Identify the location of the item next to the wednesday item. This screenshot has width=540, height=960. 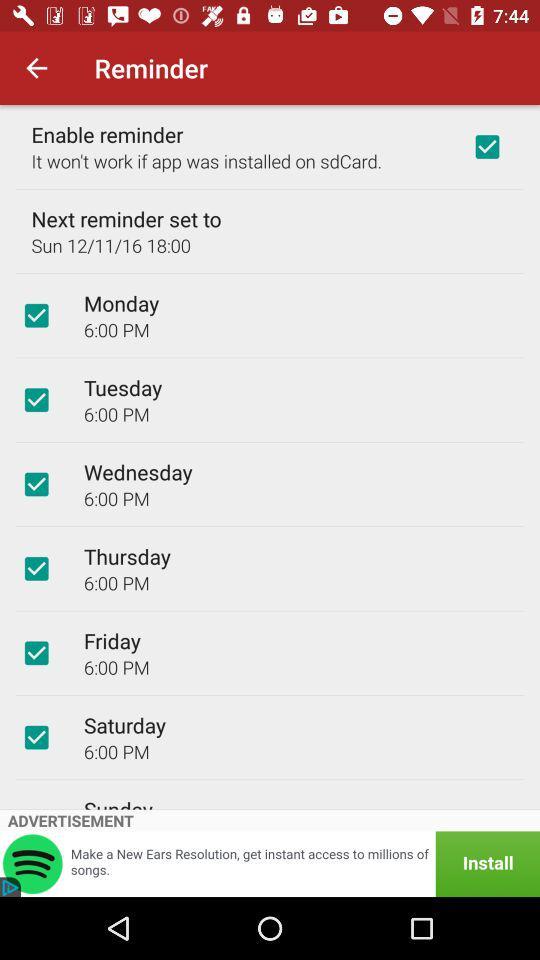
(36, 483).